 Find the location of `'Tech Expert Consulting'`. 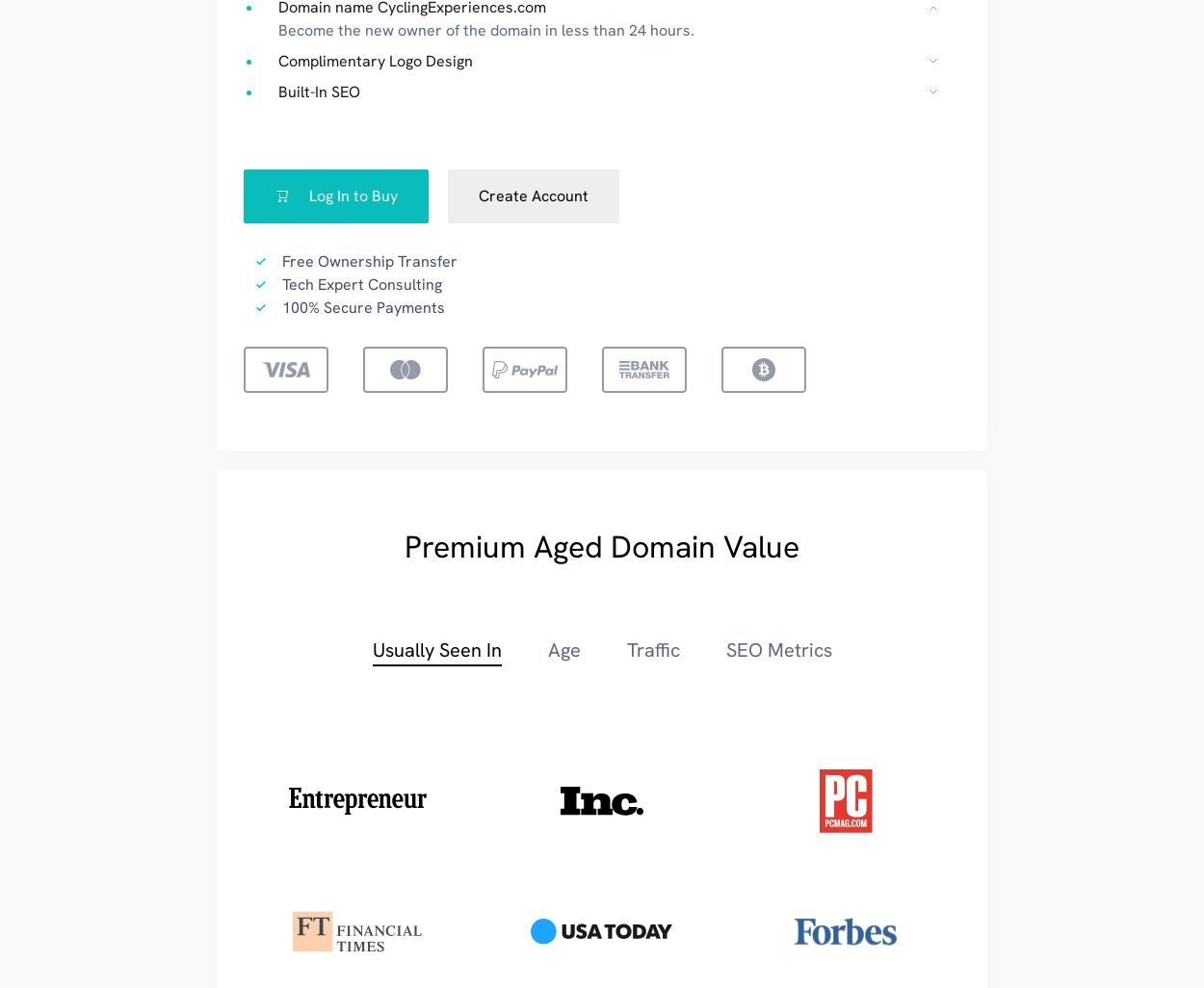

'Tech Expert Consulting' is located at coordinates (362, 283).